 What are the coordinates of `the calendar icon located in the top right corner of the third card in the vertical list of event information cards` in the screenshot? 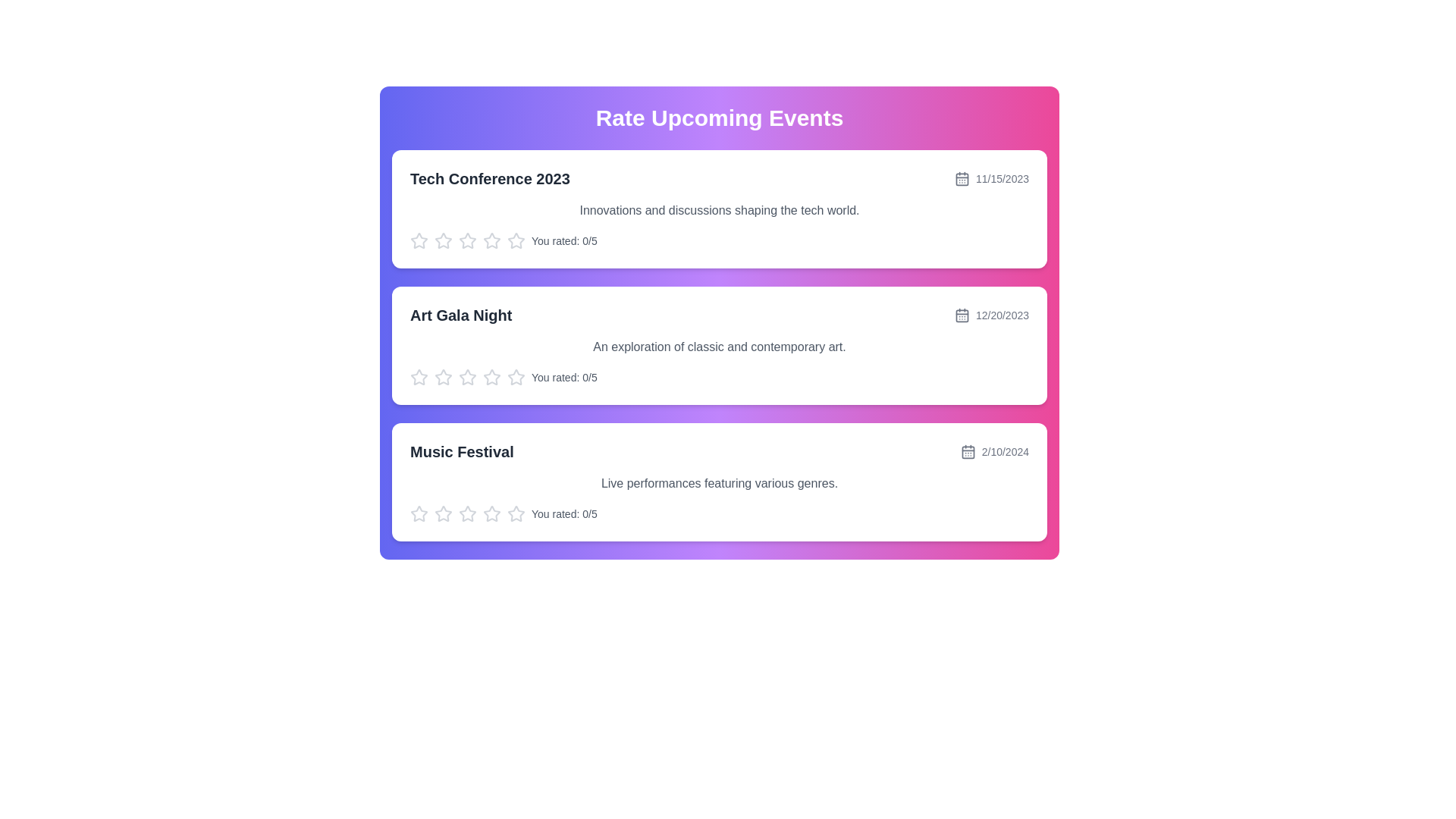 It's located at (967, 451).